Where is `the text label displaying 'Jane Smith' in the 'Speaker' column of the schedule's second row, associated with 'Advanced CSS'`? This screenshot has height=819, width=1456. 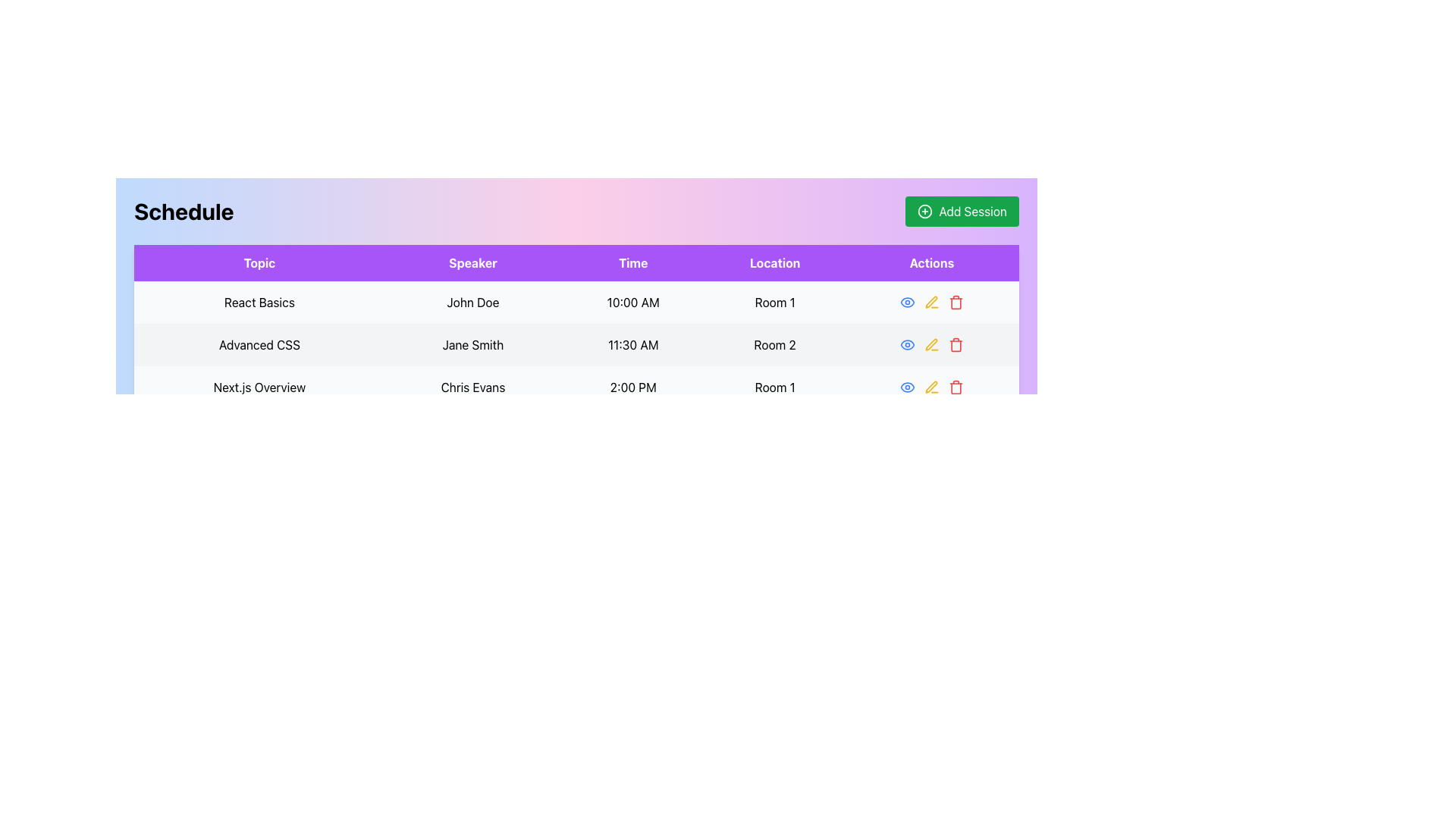
the text label displaying 'Jane Smith' in the 'Speaker' column of the schedule's second row, associated with 'Advanced CSS' is located at coordinates (472, 345).